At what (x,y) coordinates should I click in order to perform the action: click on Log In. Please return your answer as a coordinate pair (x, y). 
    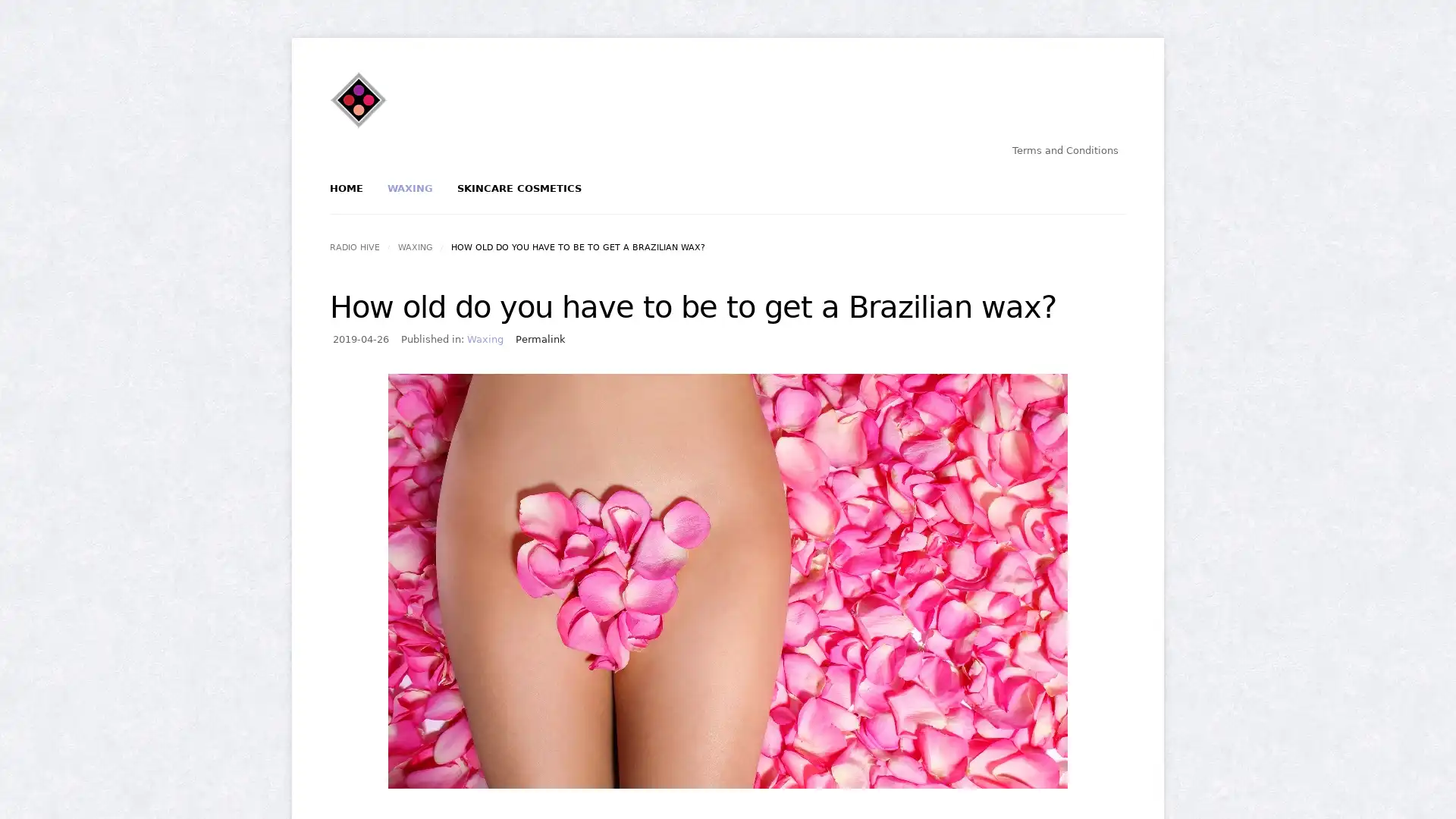
    Looking at the image, I should click on (674, 256).